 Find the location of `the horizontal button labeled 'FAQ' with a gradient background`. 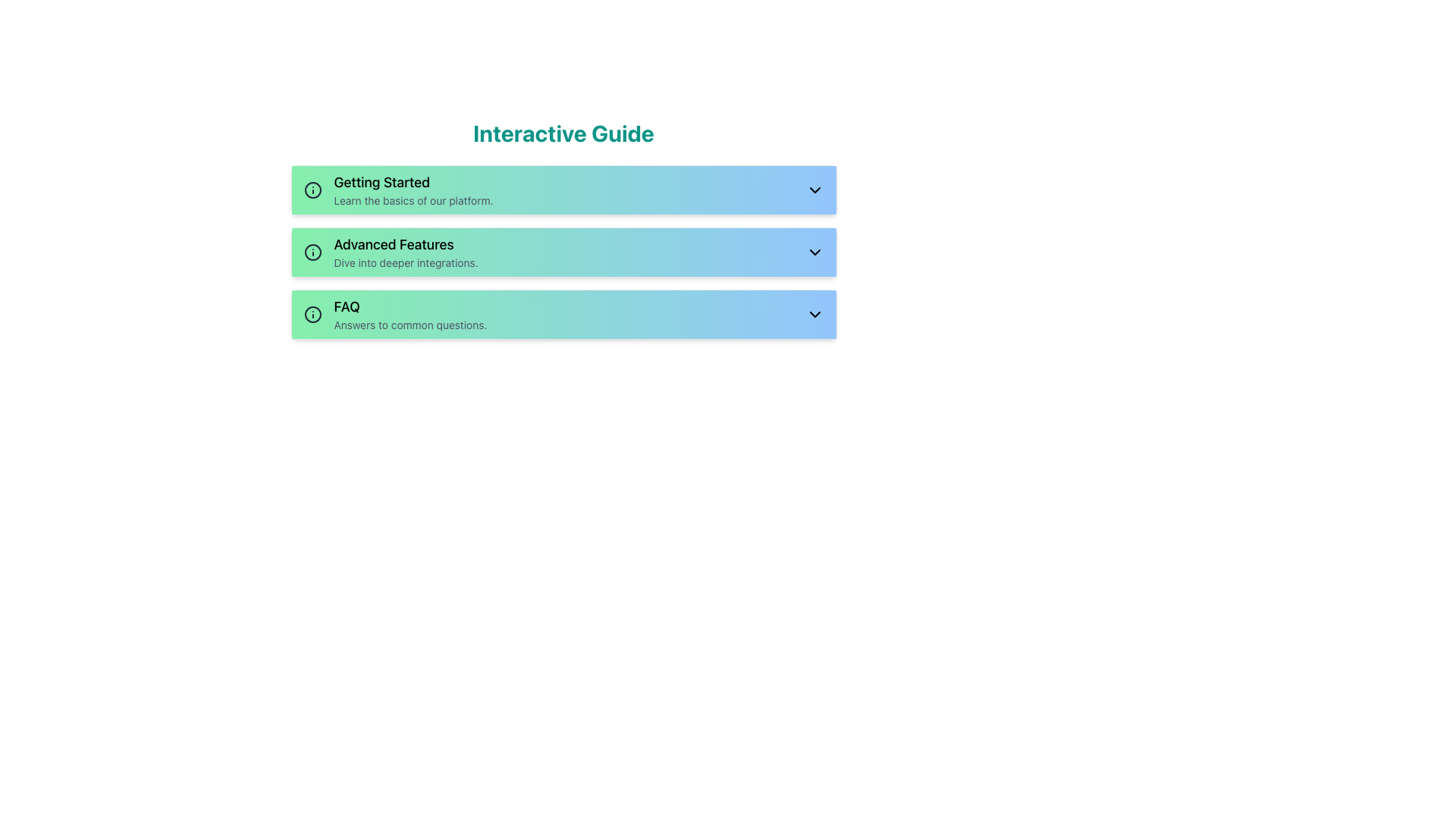

the horizontal button labeled 'FAQ' with a gradient background is located at coordinates (563, 314).